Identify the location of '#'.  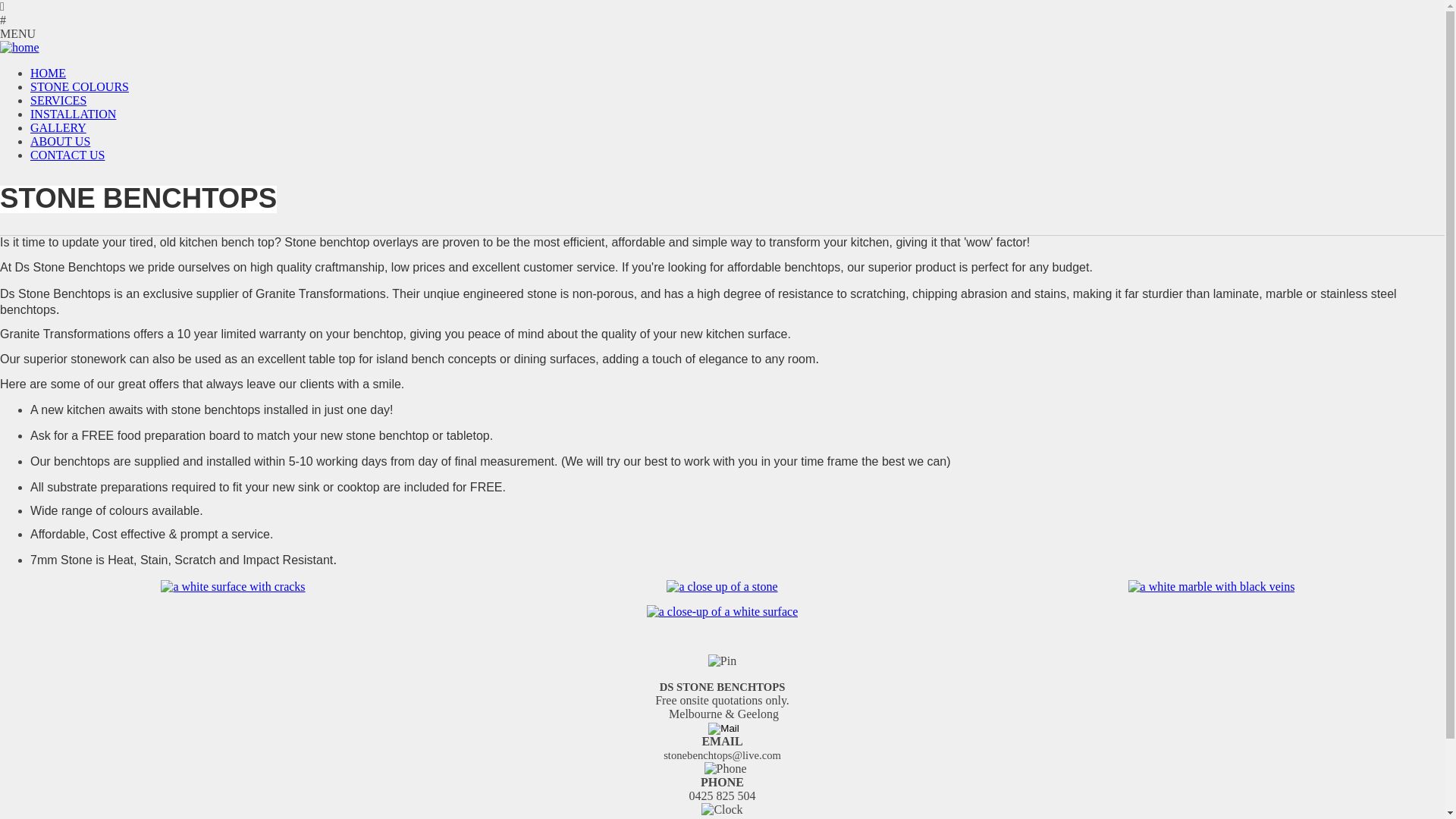
(721, 20).